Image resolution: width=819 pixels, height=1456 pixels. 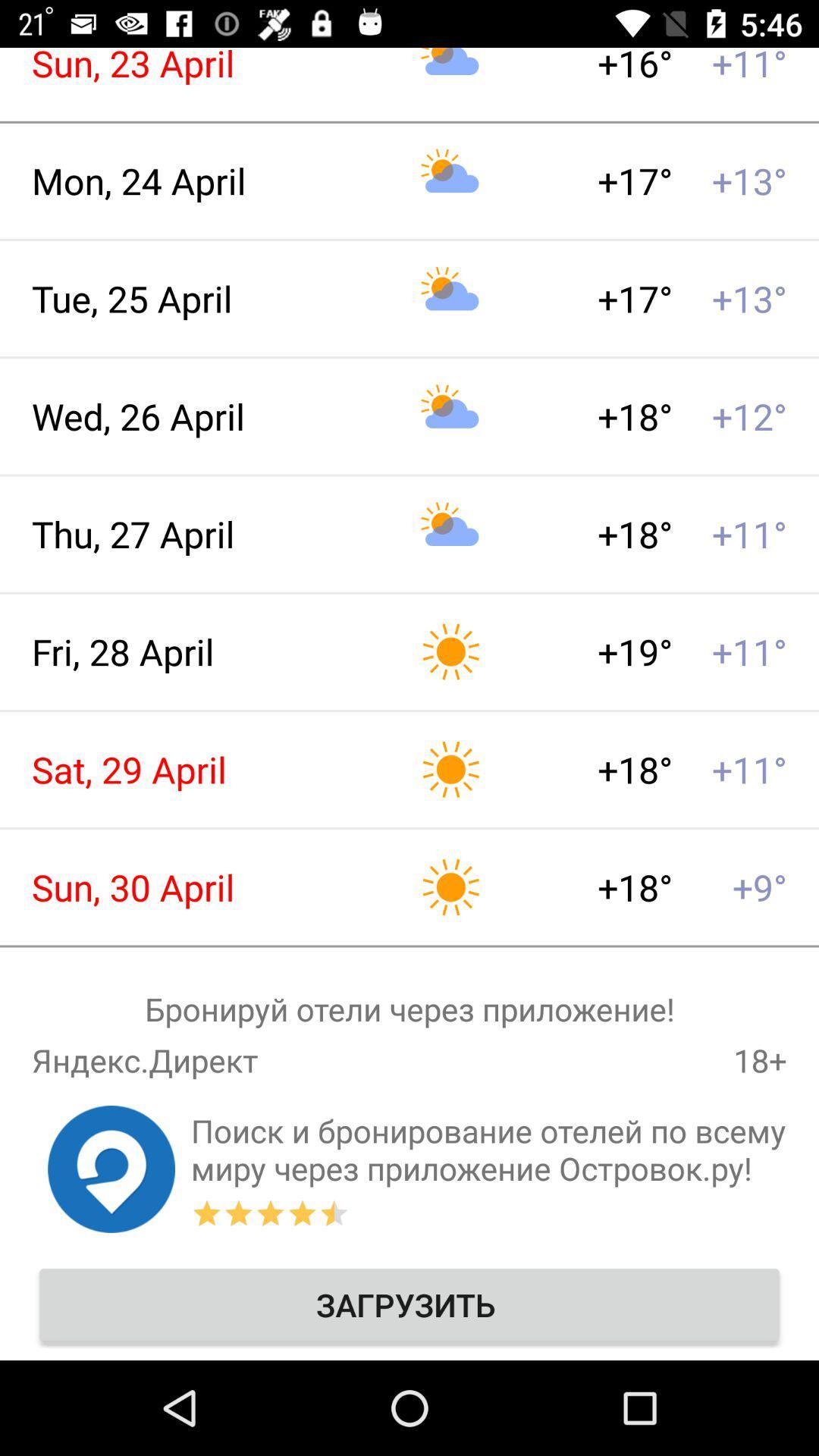 I want to click on right of second last row, so click(x=488, y=1150).